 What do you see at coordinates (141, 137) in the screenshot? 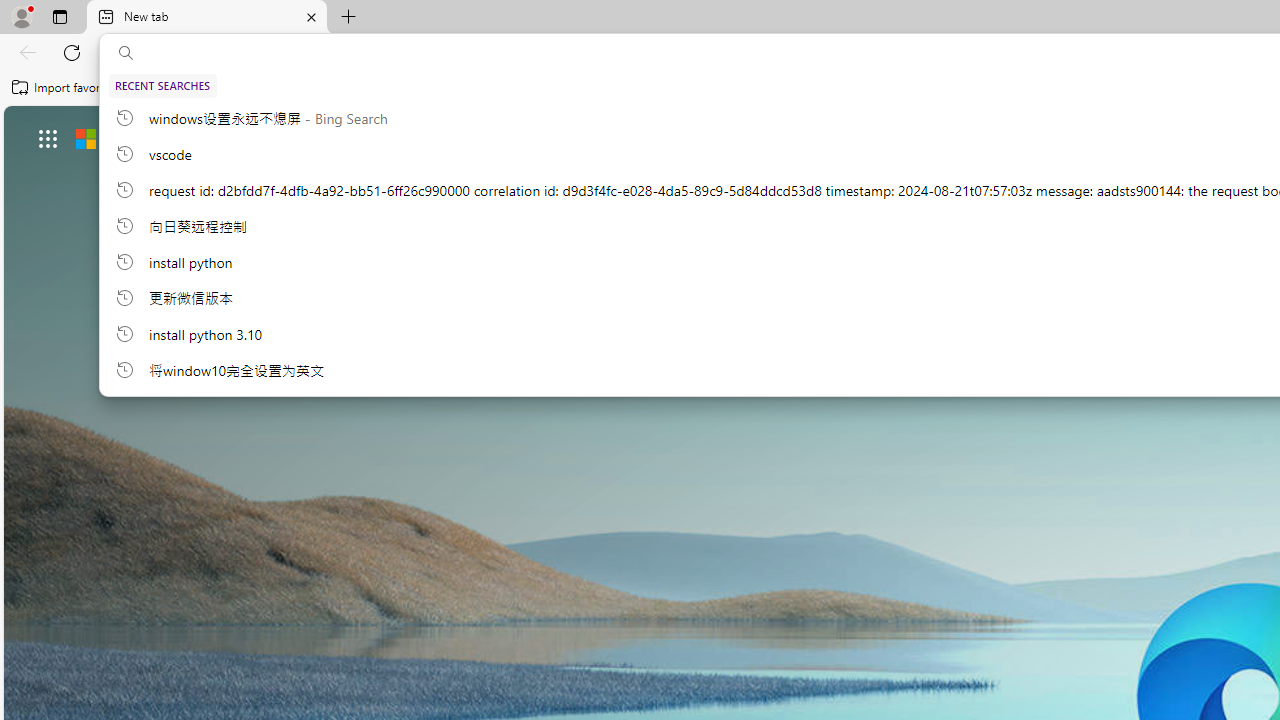
I see `'Microsoft start'` at bounding box center [141, 137].